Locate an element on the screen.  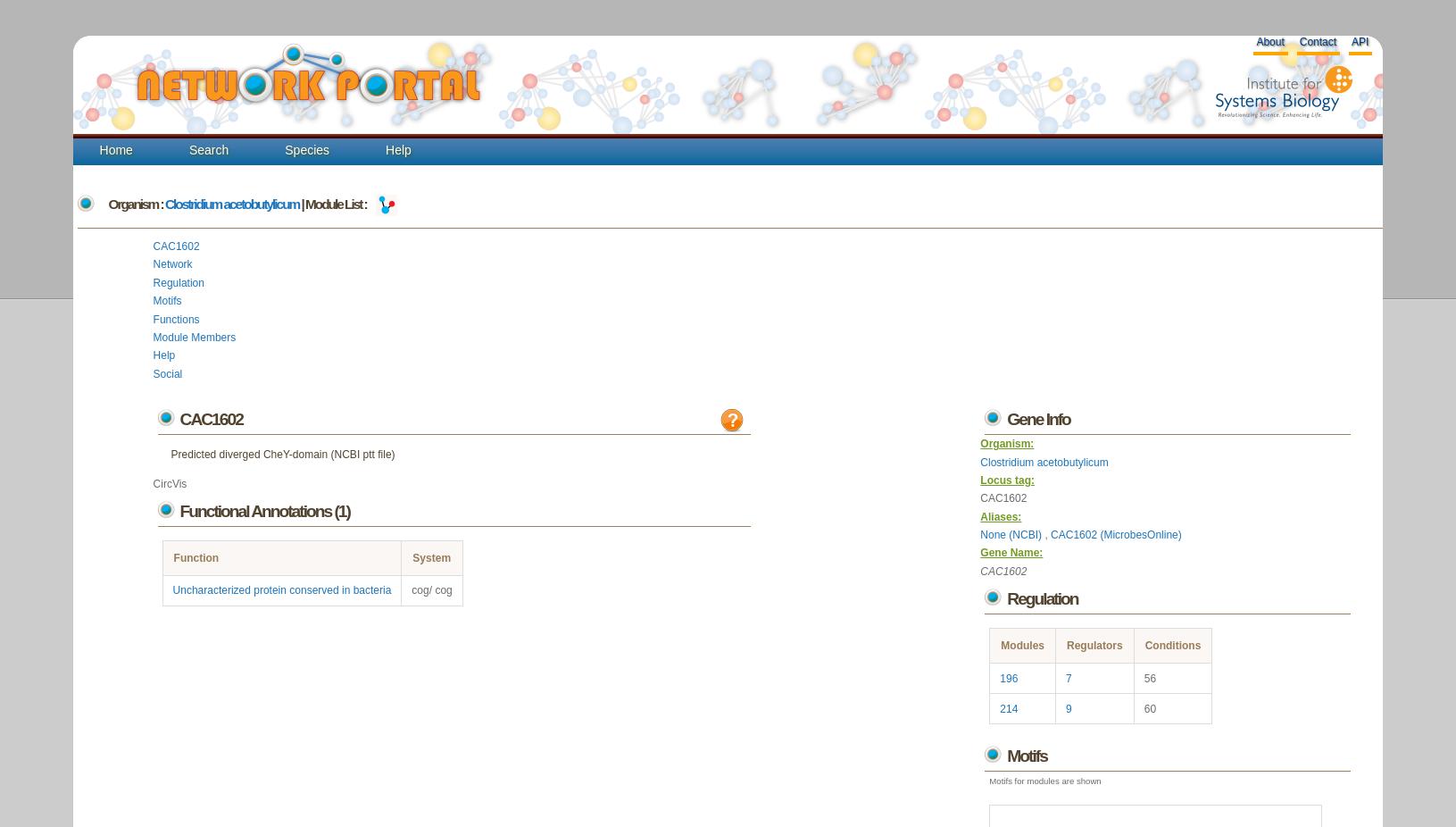
'Motifs' is located at coordinates (152, 300).